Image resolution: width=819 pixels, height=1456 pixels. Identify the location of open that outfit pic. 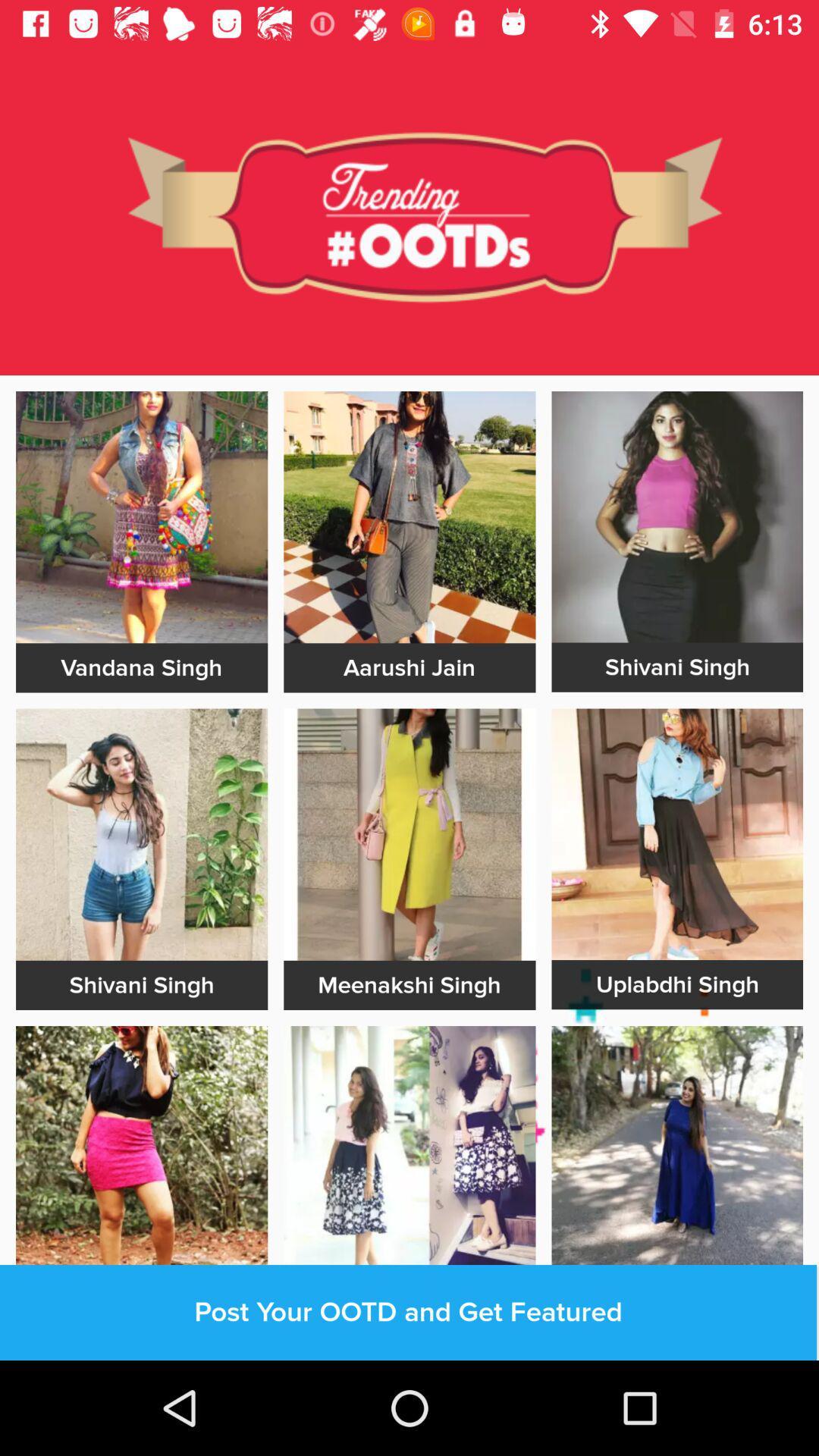
(676, 1151).